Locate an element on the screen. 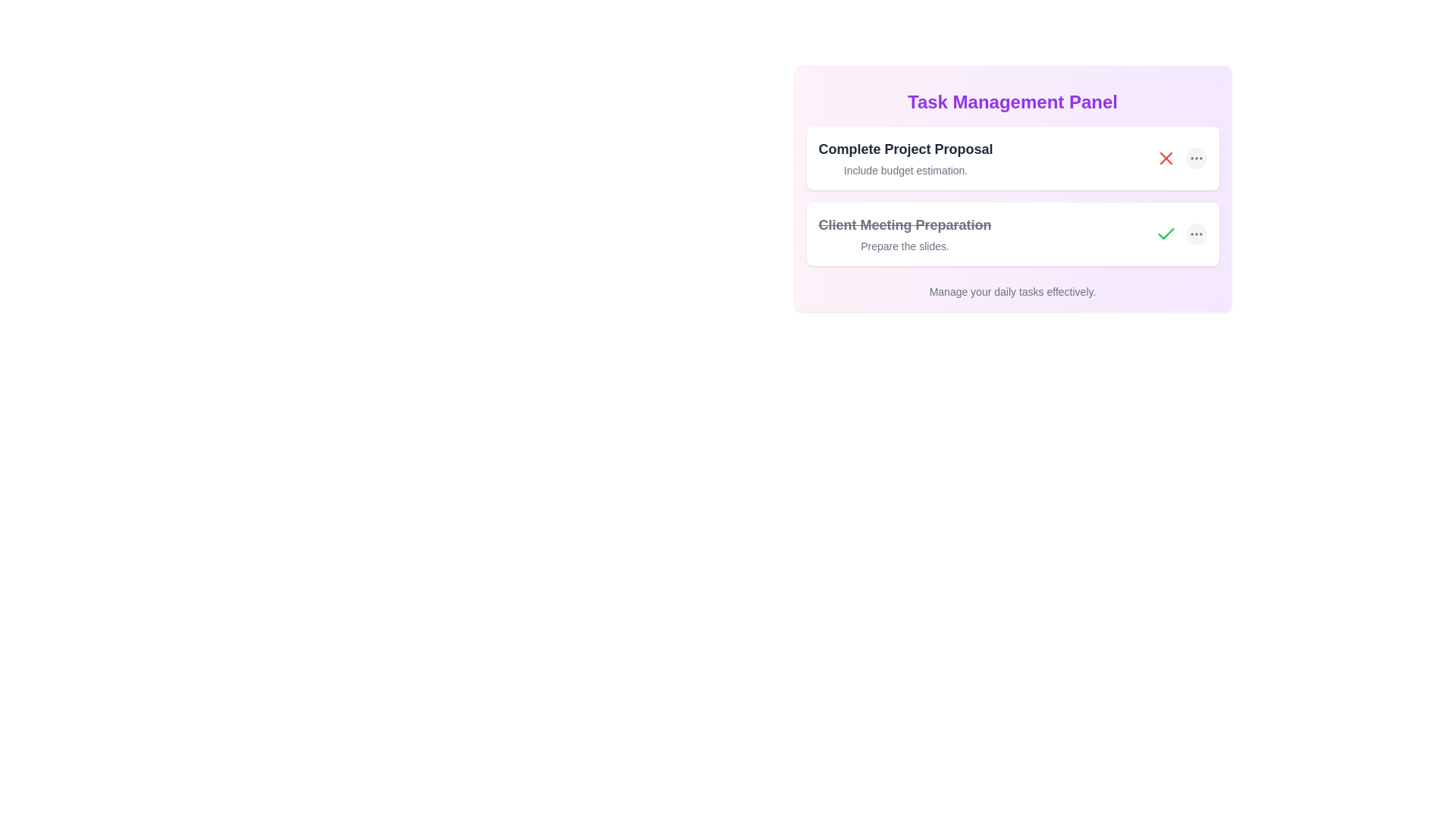 This screenshot has height=819, width=1456. the second completed task item in the 'Task Management Panel' interface, which displays the title and description of the completed task is located at coordinates (905, 234).